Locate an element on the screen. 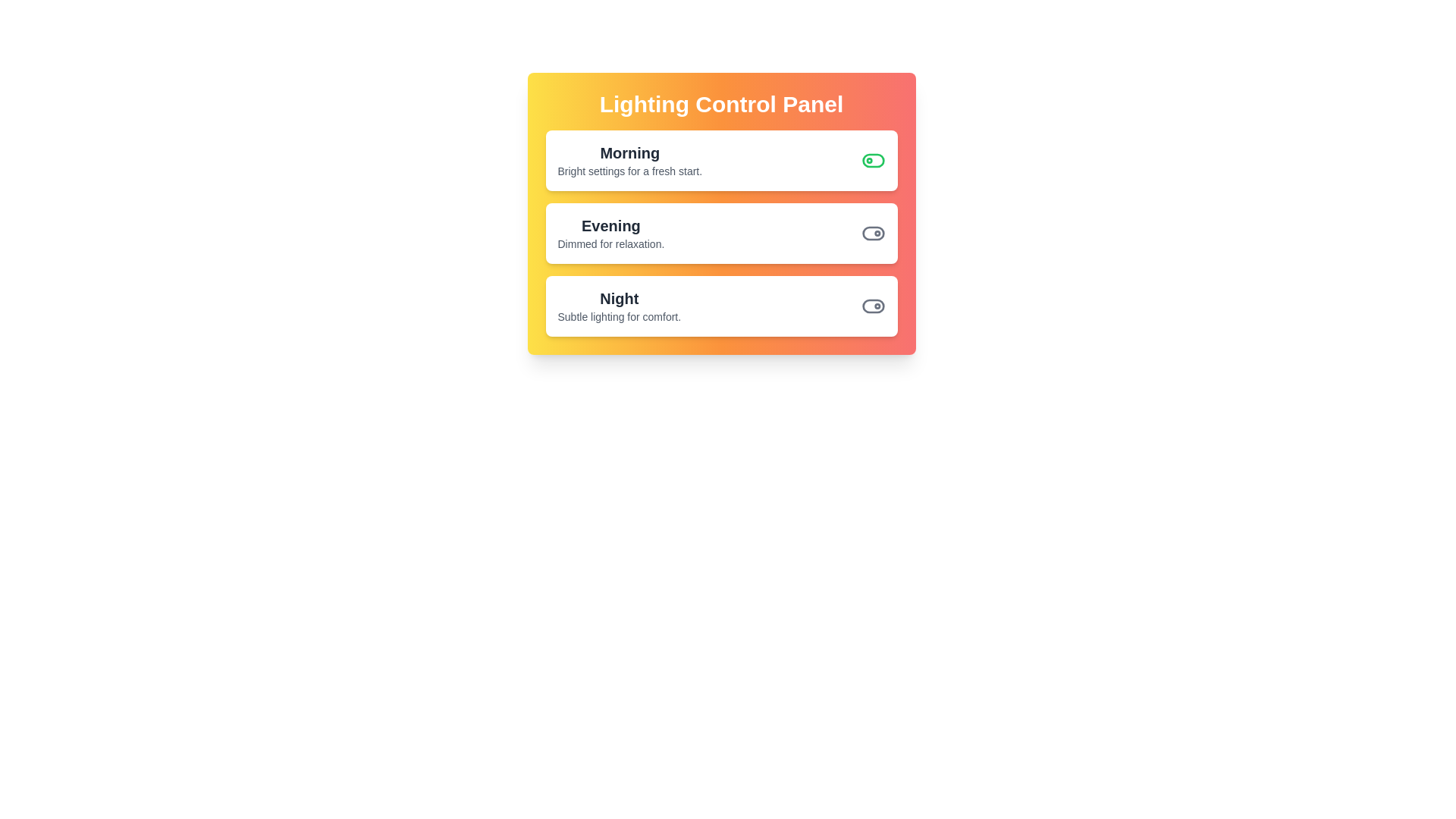 This screenshot has width=1456, height=819. the scene Night is located at coordinates (873, 306).